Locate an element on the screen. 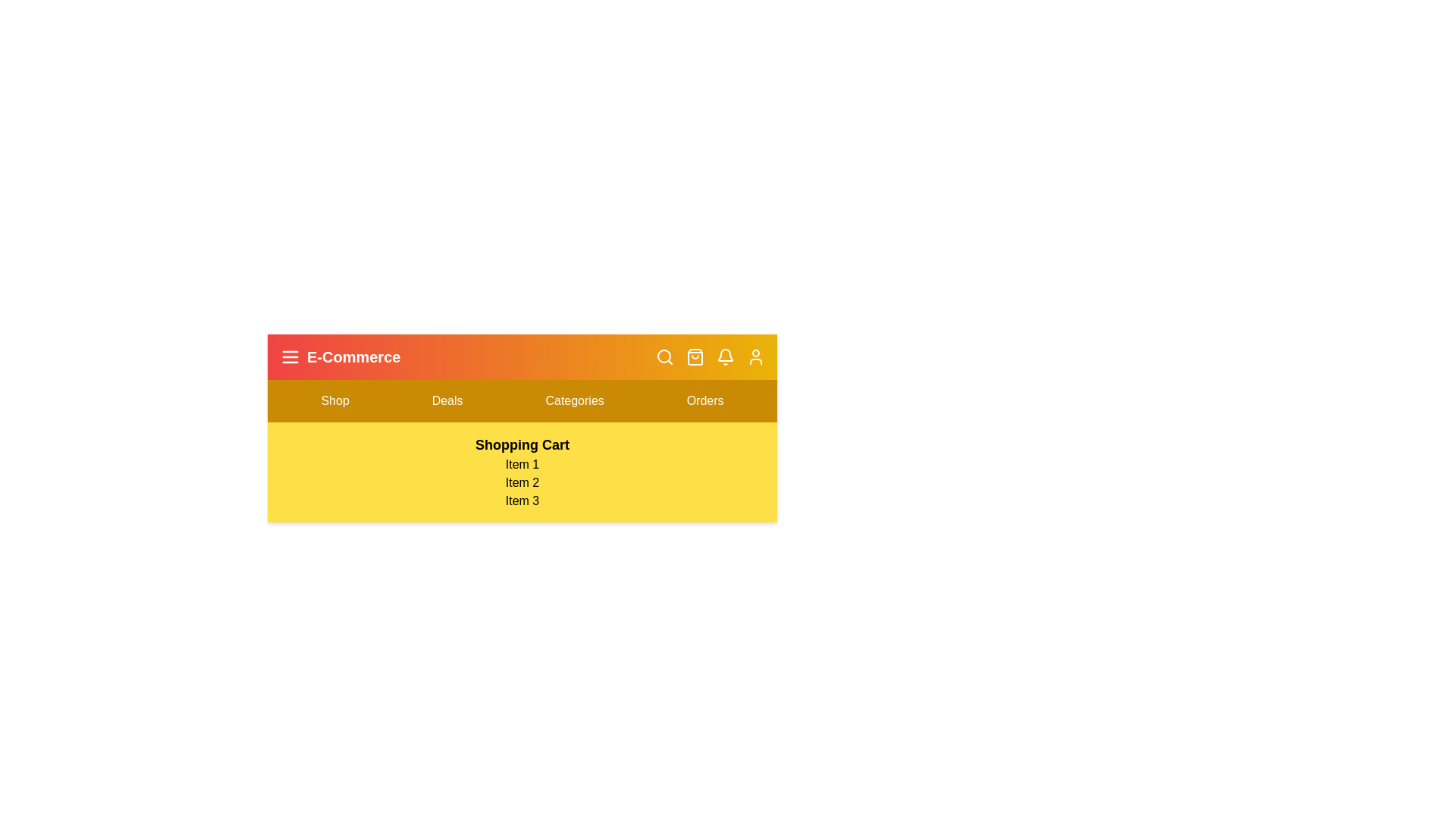  the shopping bag icon to toggle the shopping cart view is located at coordinates (694, 356).